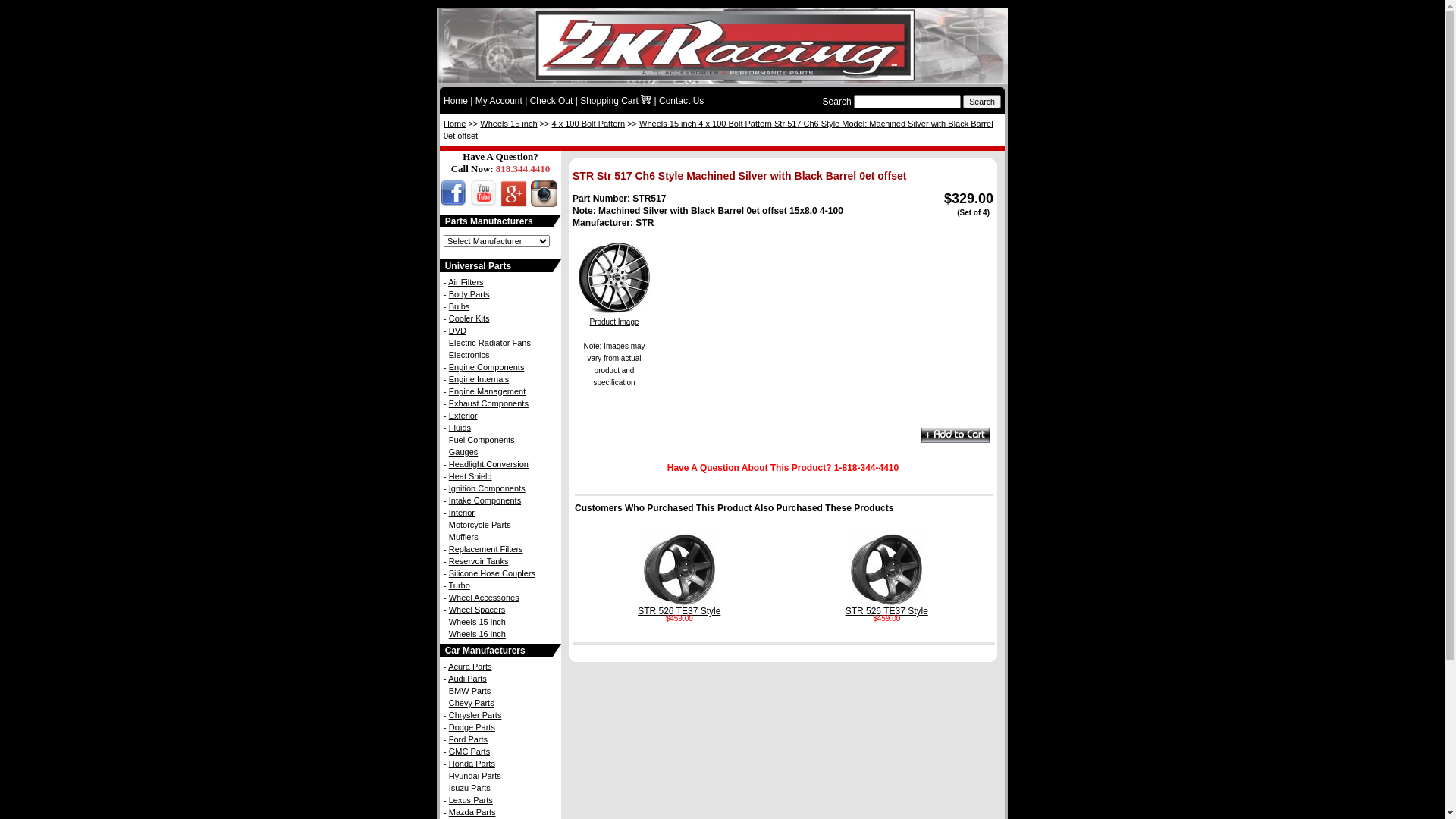 This screenshot has width=1456, height=819. What do you see at coordinates (458, 306) in the screenshot?
I see `'Bulbs'` at bounding box center [458, 306].